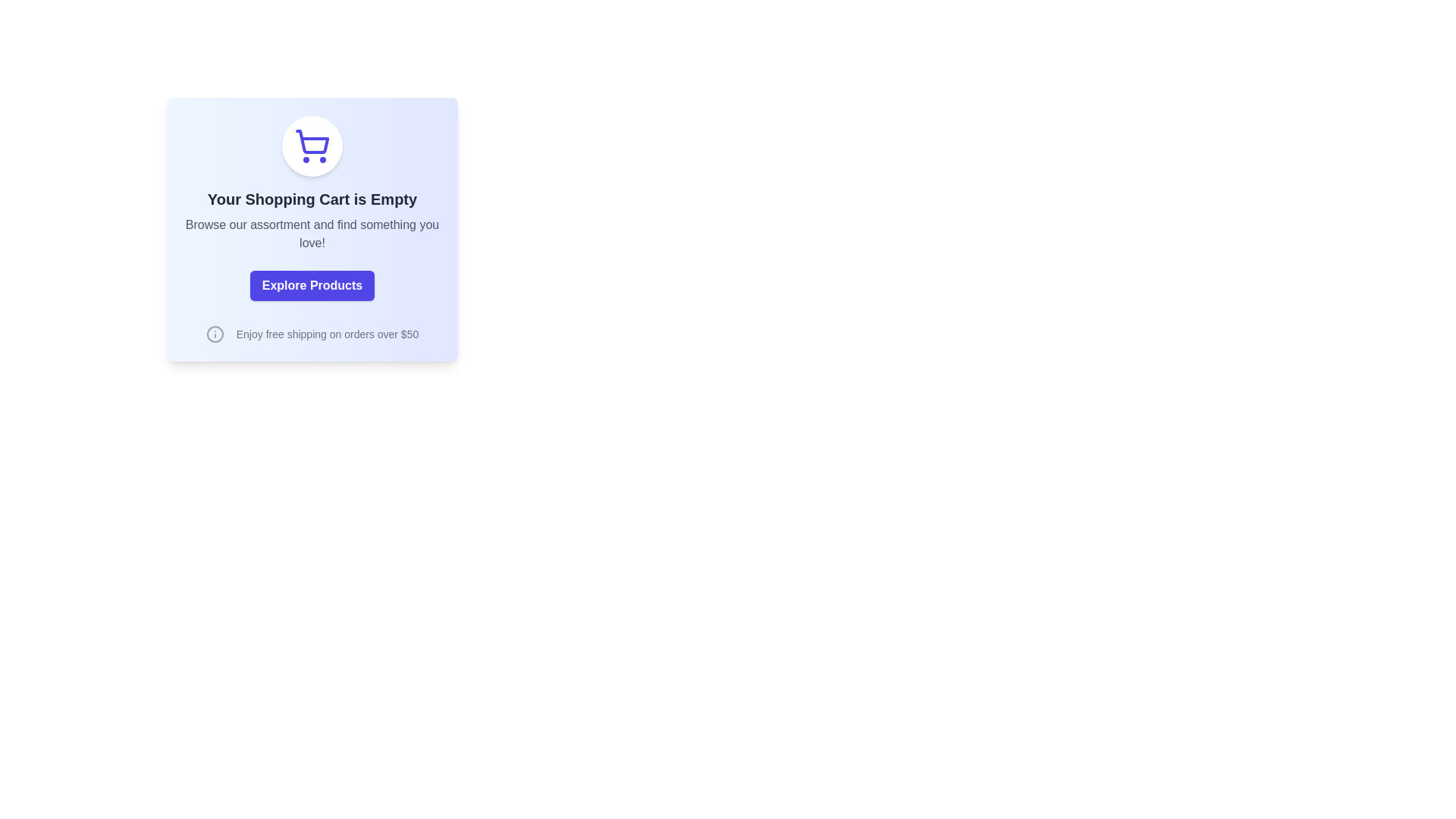 Image resolution: width=1456 pixels, height=819 pixels. Describe the element at coordinates (312, 234) in the screenshot. I see `the second text element in the card layout that provides an encouraging message about exploring the product selection, located below the header 'Your Shopping Cart is Empty' and above the 'Explore Products' button` at that location.